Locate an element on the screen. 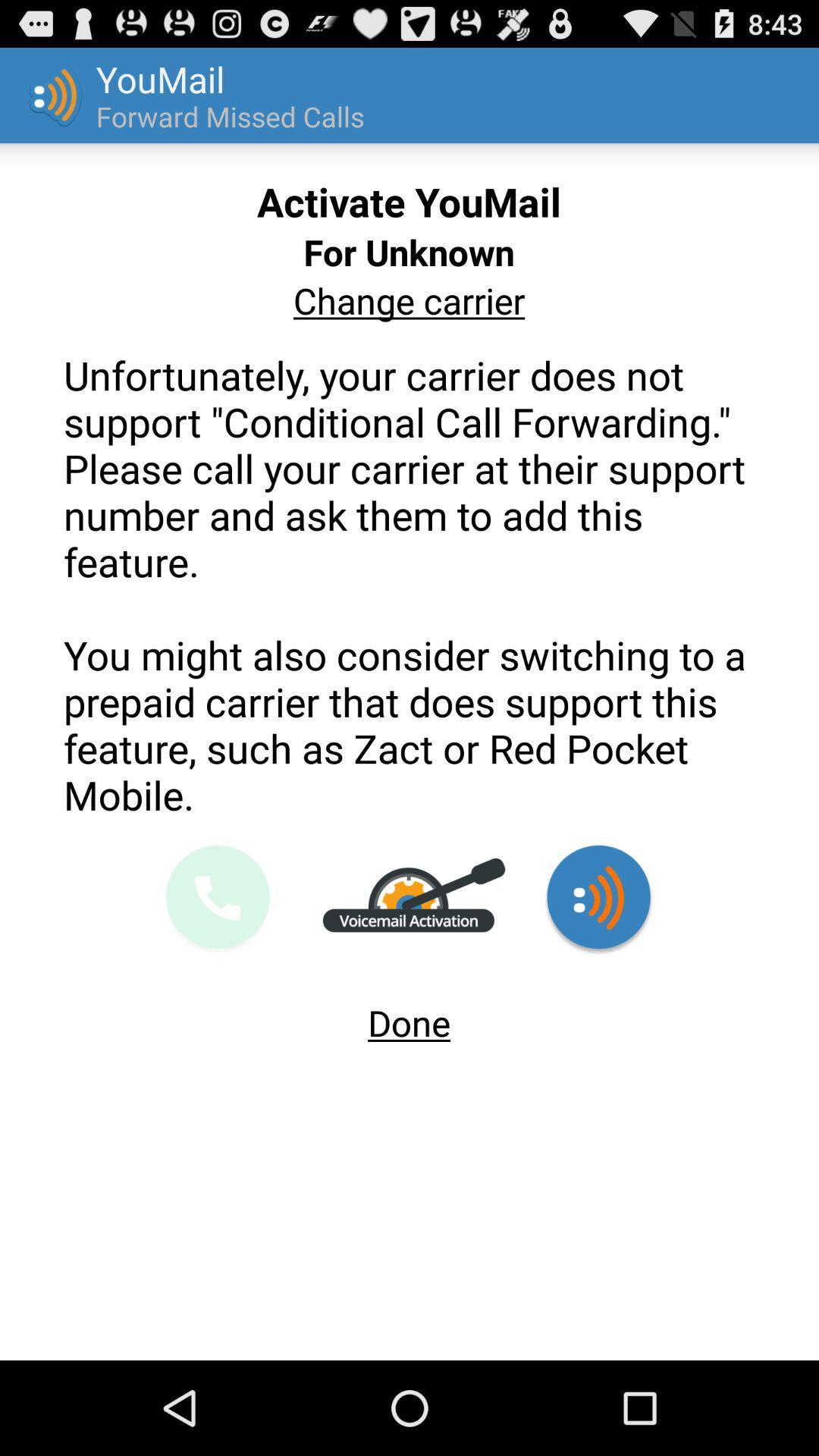 The width and height of the screenshot is (819, 1456). change carrier is located at coordinates (408, 300).